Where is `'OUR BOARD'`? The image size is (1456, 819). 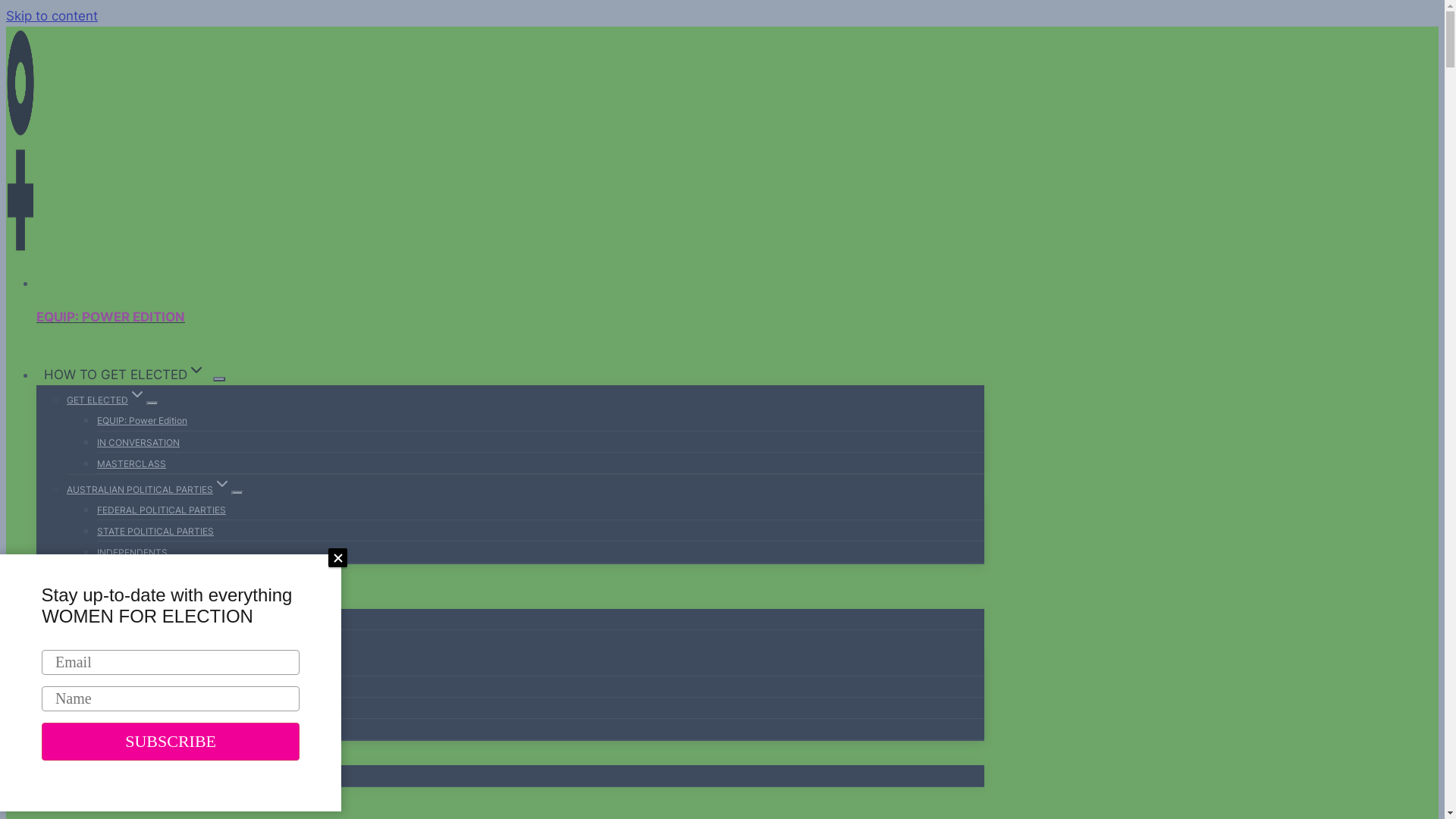 'OUR BOARD' is located at coordinates (124, 687).